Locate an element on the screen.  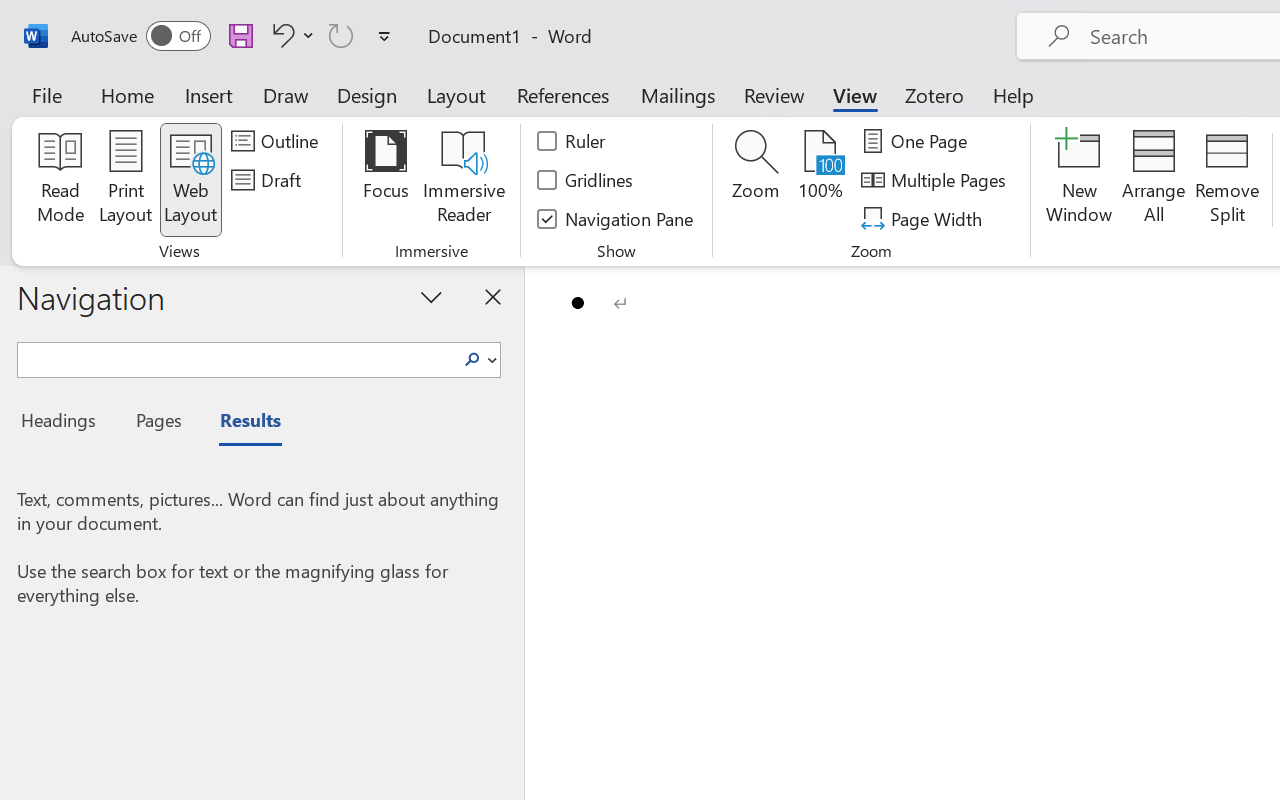
'Undo Bullet Default' is located at coordinates (279, 34).